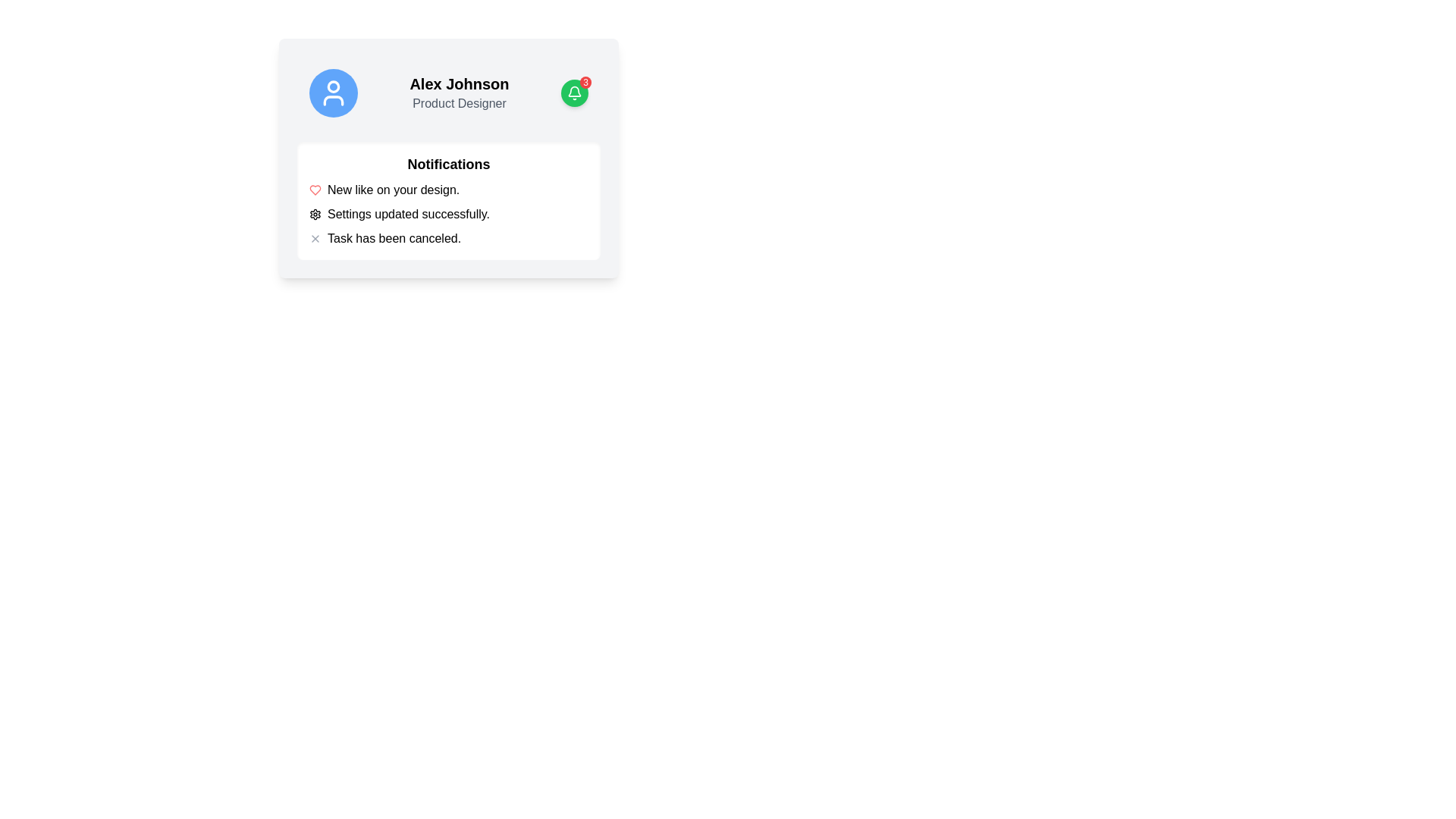  I want to click on text content of the first notification in the 'Notifications' section, which indicates that someone has liked the user's design. This text label is positioned to the right of a red heart icon, so click(394, 189).